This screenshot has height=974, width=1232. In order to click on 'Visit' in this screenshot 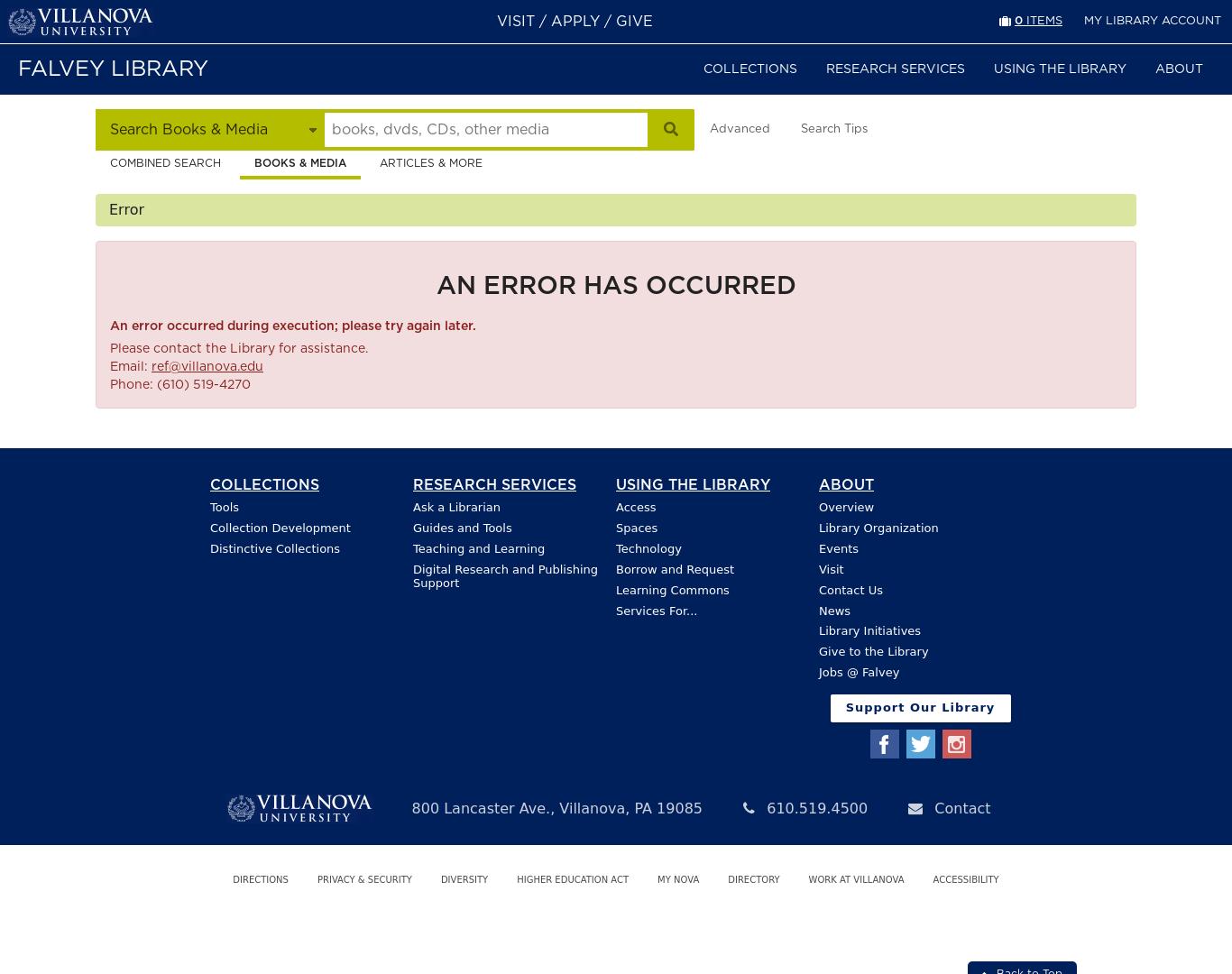, I will do `click(831, 568)`.